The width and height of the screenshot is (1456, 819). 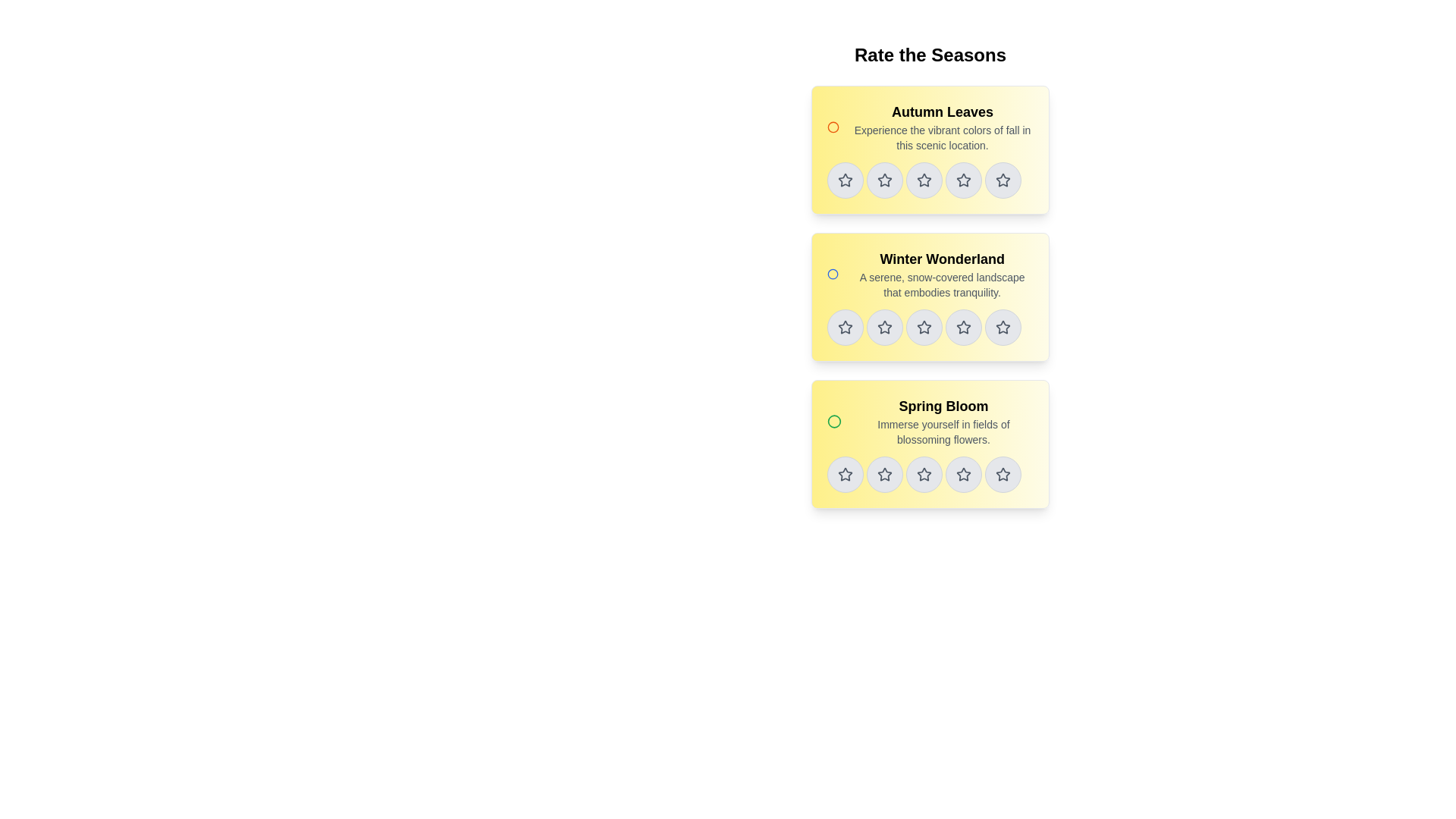 I want to click on the circular button with a light gray background and a star icon, so click(x=844, y=327).